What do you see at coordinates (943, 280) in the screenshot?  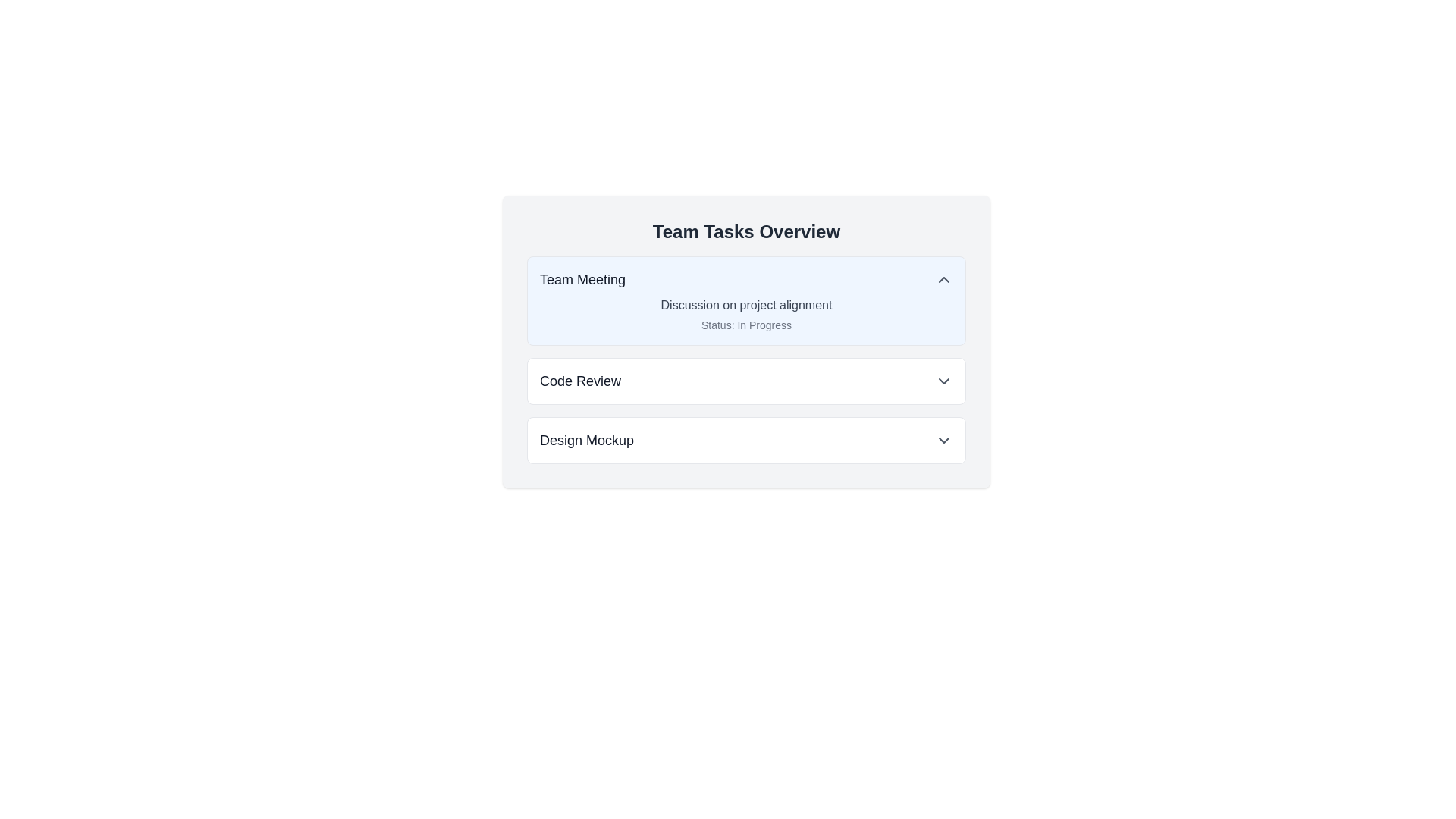 I see `the chevron icon located in the upper-right section of the 'Team Meeting' panel` at bounding box center [943, 280].